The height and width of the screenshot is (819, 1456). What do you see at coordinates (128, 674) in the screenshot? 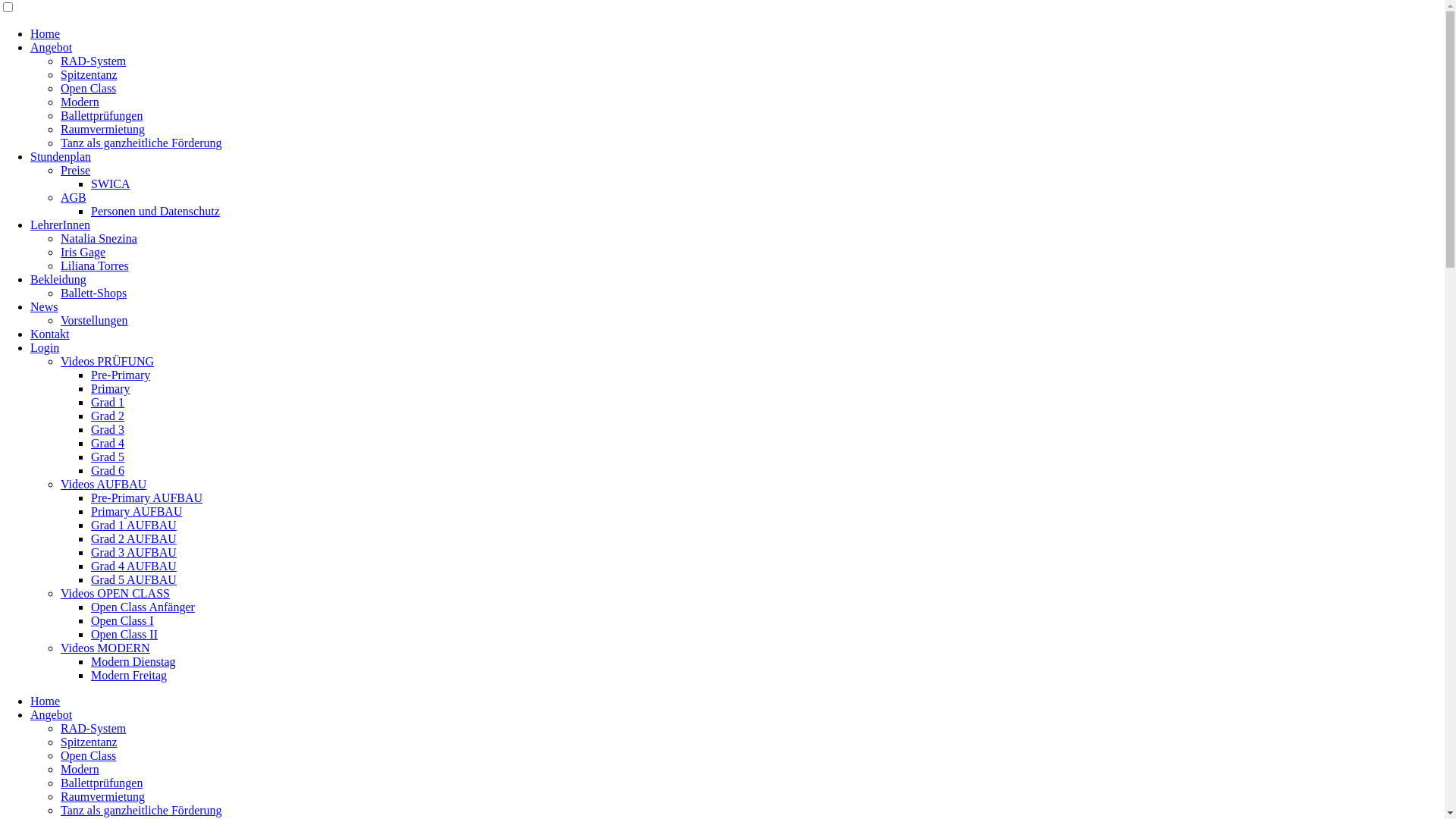
I see `'Modern Freitag'` at bounding box center [128, 674].